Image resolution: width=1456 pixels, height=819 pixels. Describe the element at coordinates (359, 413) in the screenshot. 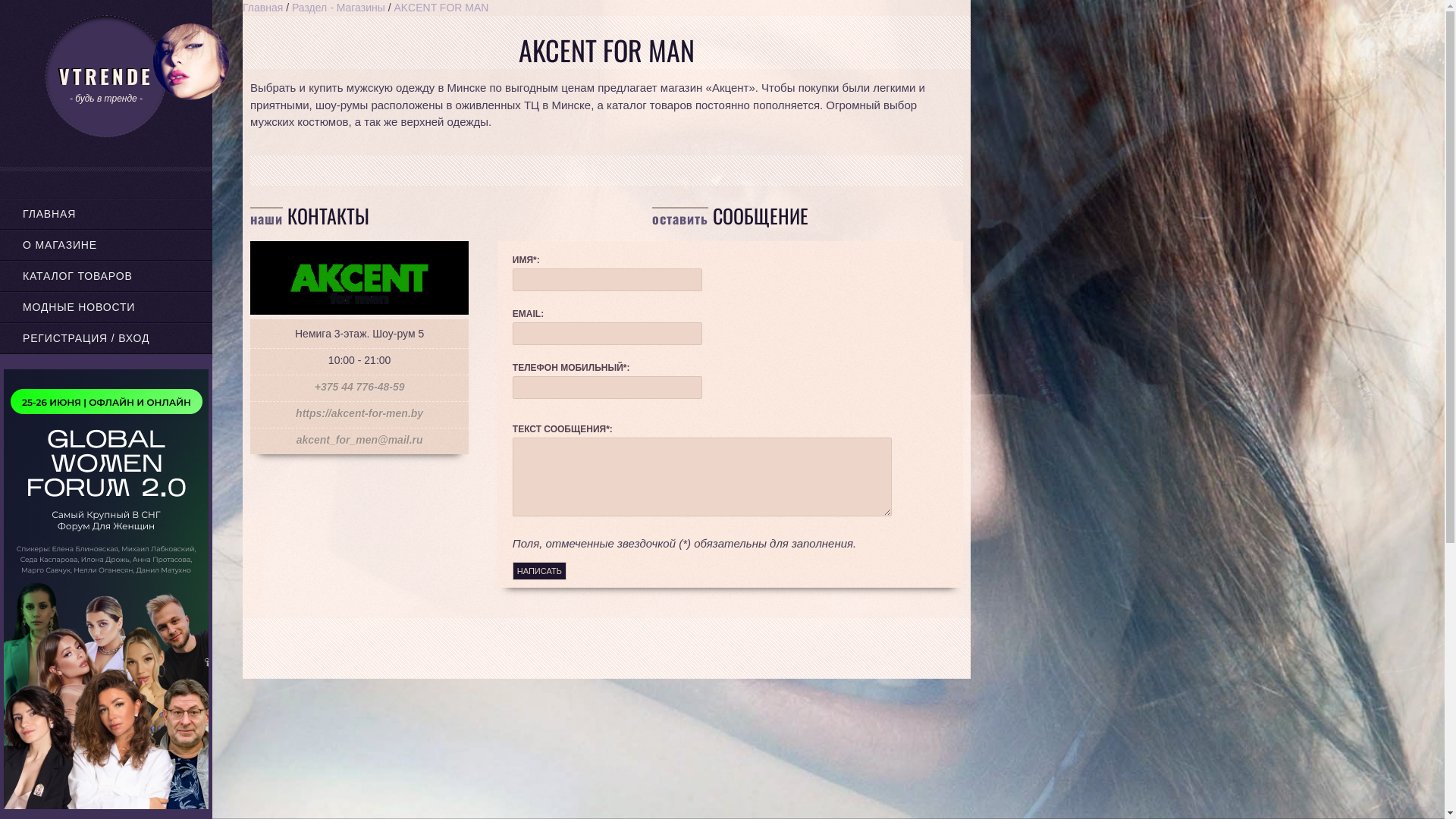

I see `'https://akcent-for-men.by'` at that location.